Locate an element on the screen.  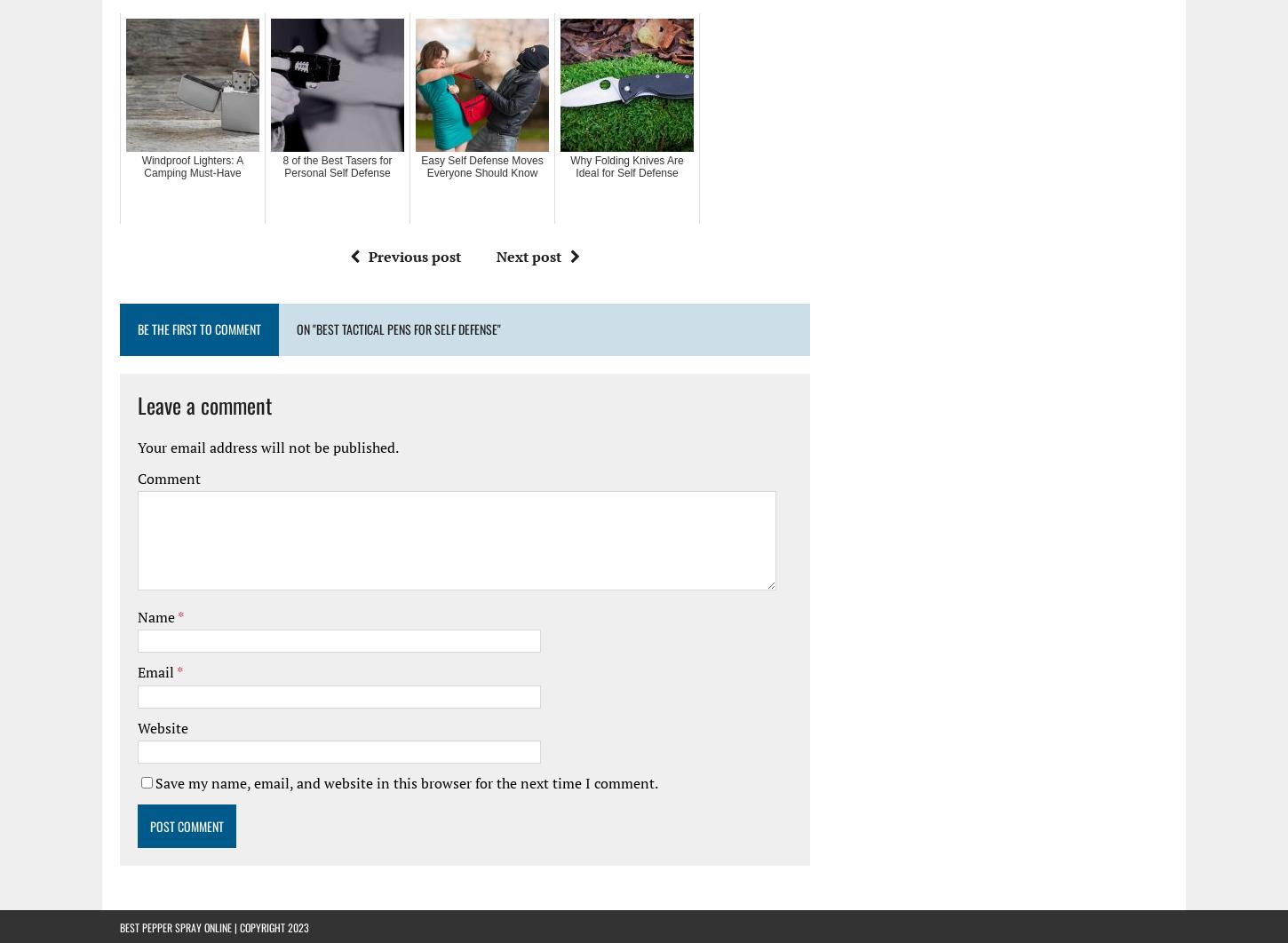
'Your email address will not be published.' is located at coordinates (268, 445).